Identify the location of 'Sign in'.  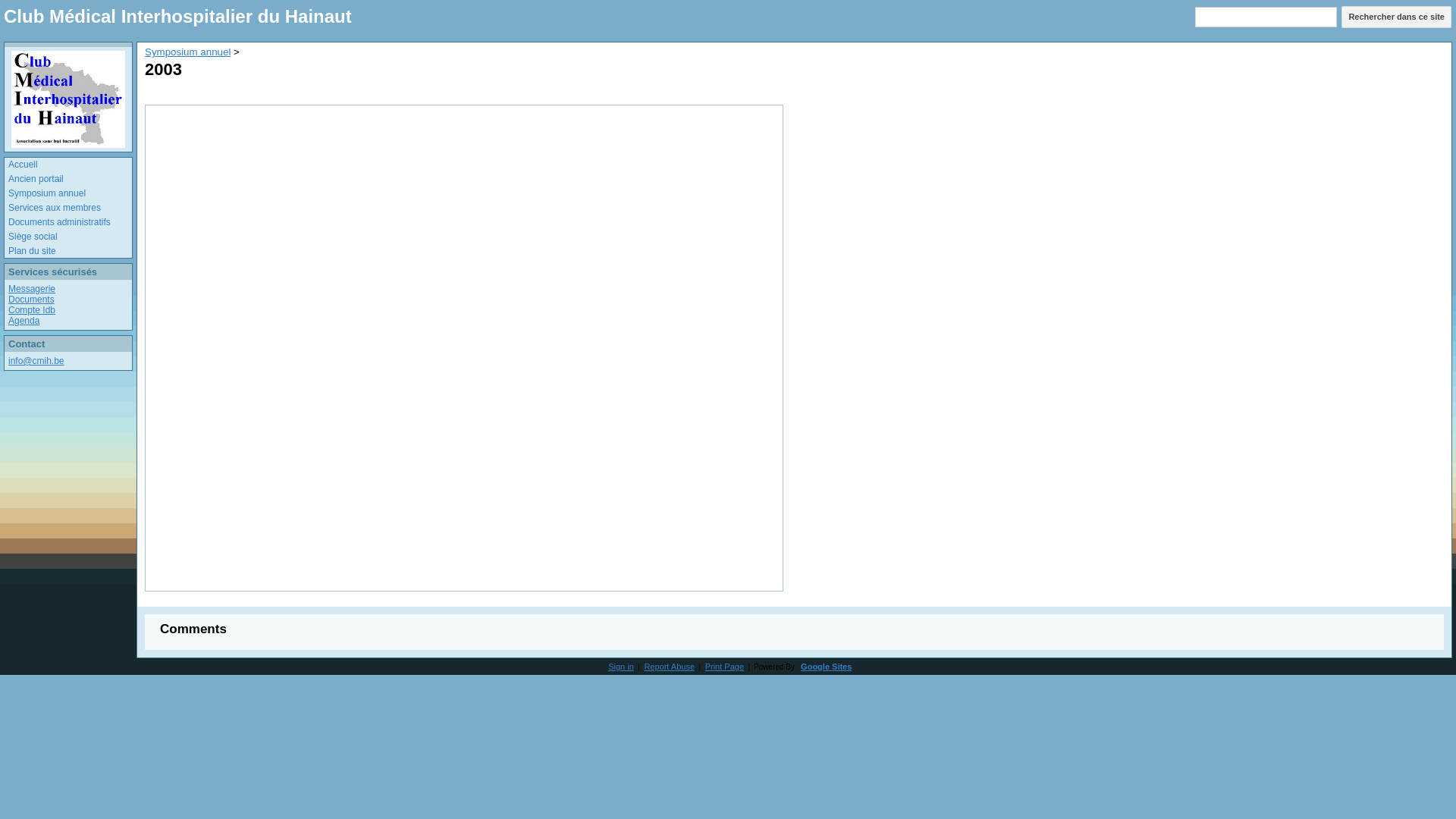
(621, 666).